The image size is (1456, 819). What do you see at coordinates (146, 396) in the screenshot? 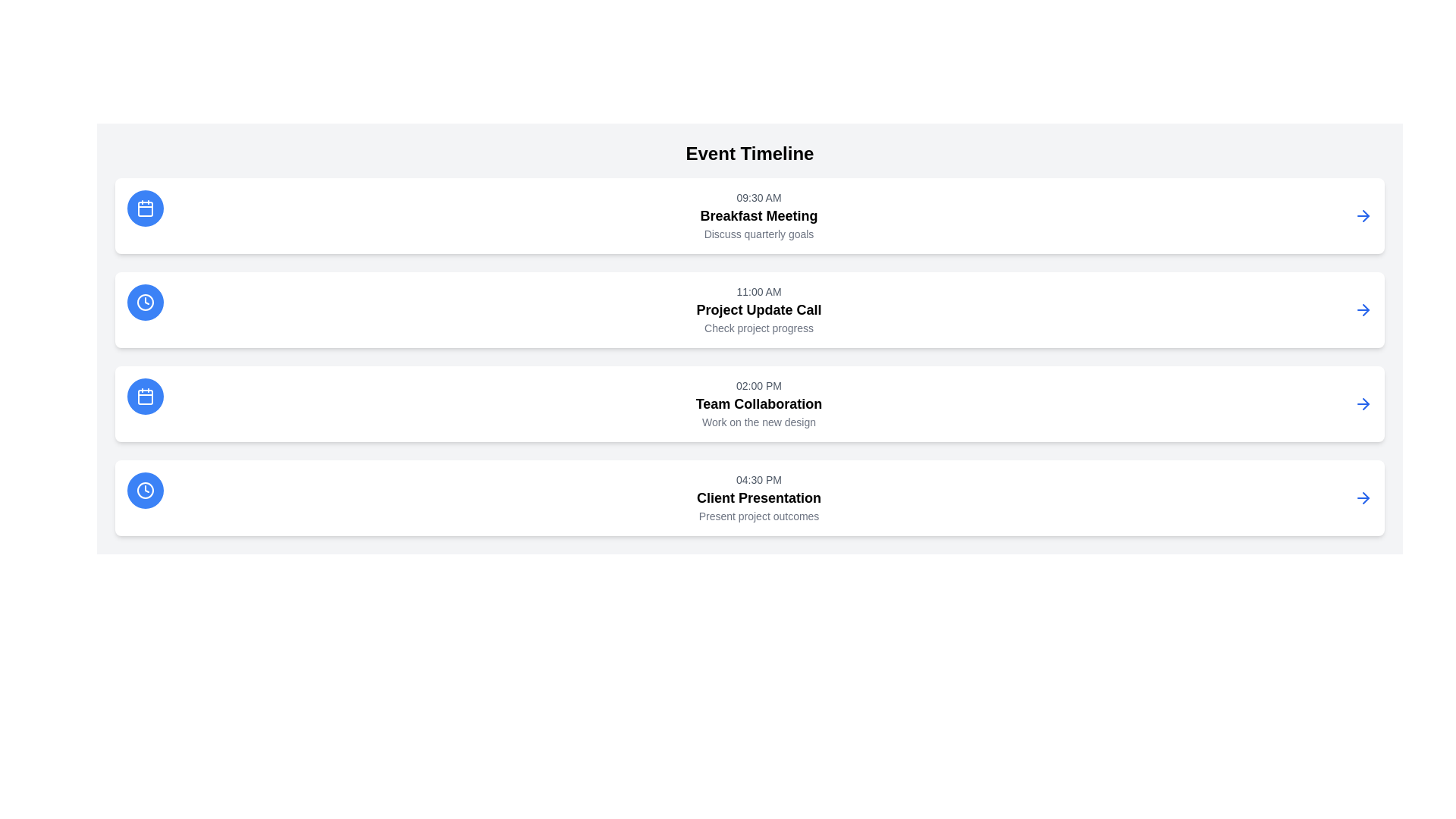
I see `the calendar event icon located on the far left of the third event entry in the vertical event timeline, which visually represents a calendar-related activity` at bounding box center [146, 396].